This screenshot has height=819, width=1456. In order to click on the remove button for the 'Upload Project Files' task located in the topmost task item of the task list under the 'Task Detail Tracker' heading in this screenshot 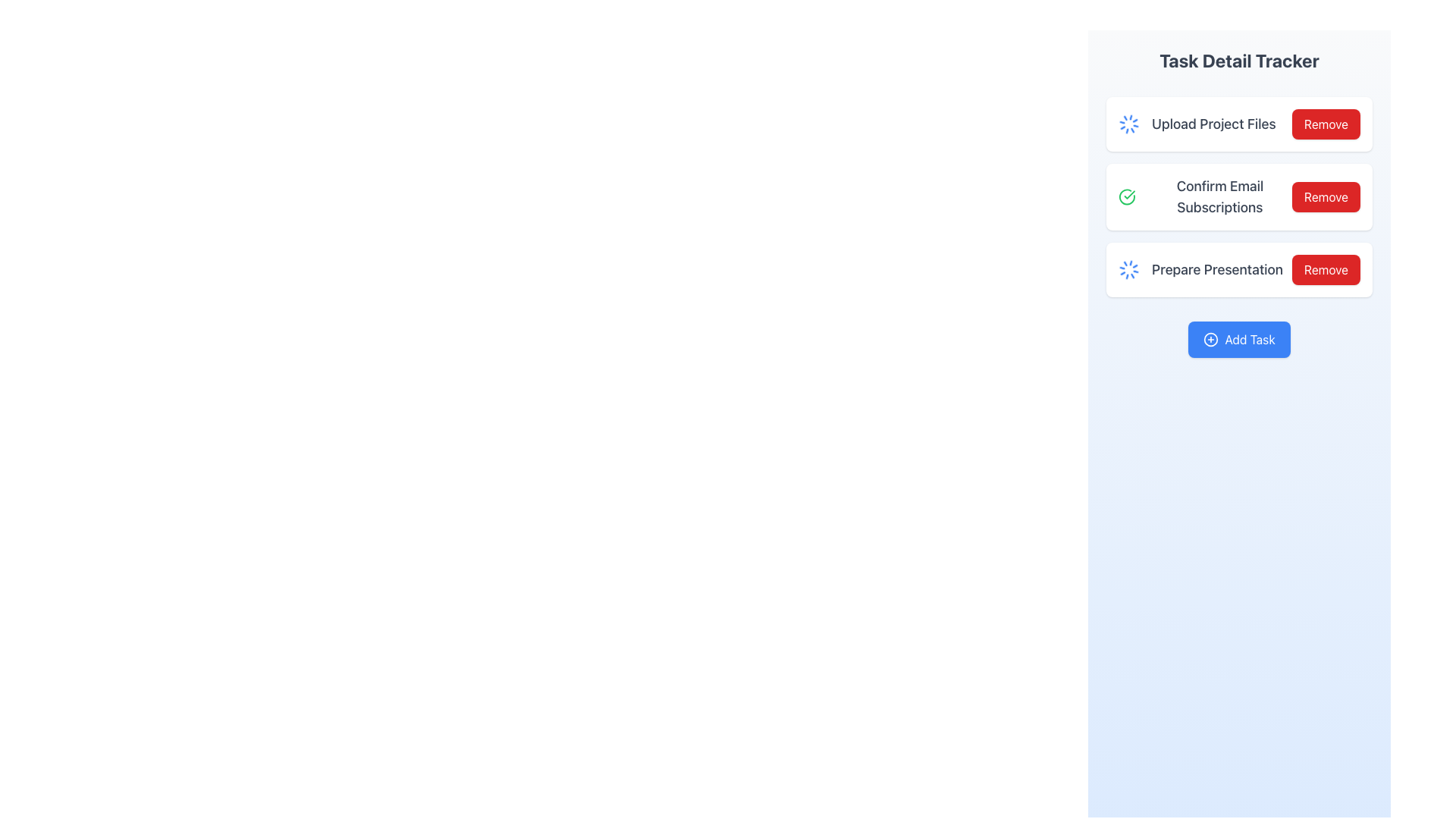, I will do `click(1325, 124)`.